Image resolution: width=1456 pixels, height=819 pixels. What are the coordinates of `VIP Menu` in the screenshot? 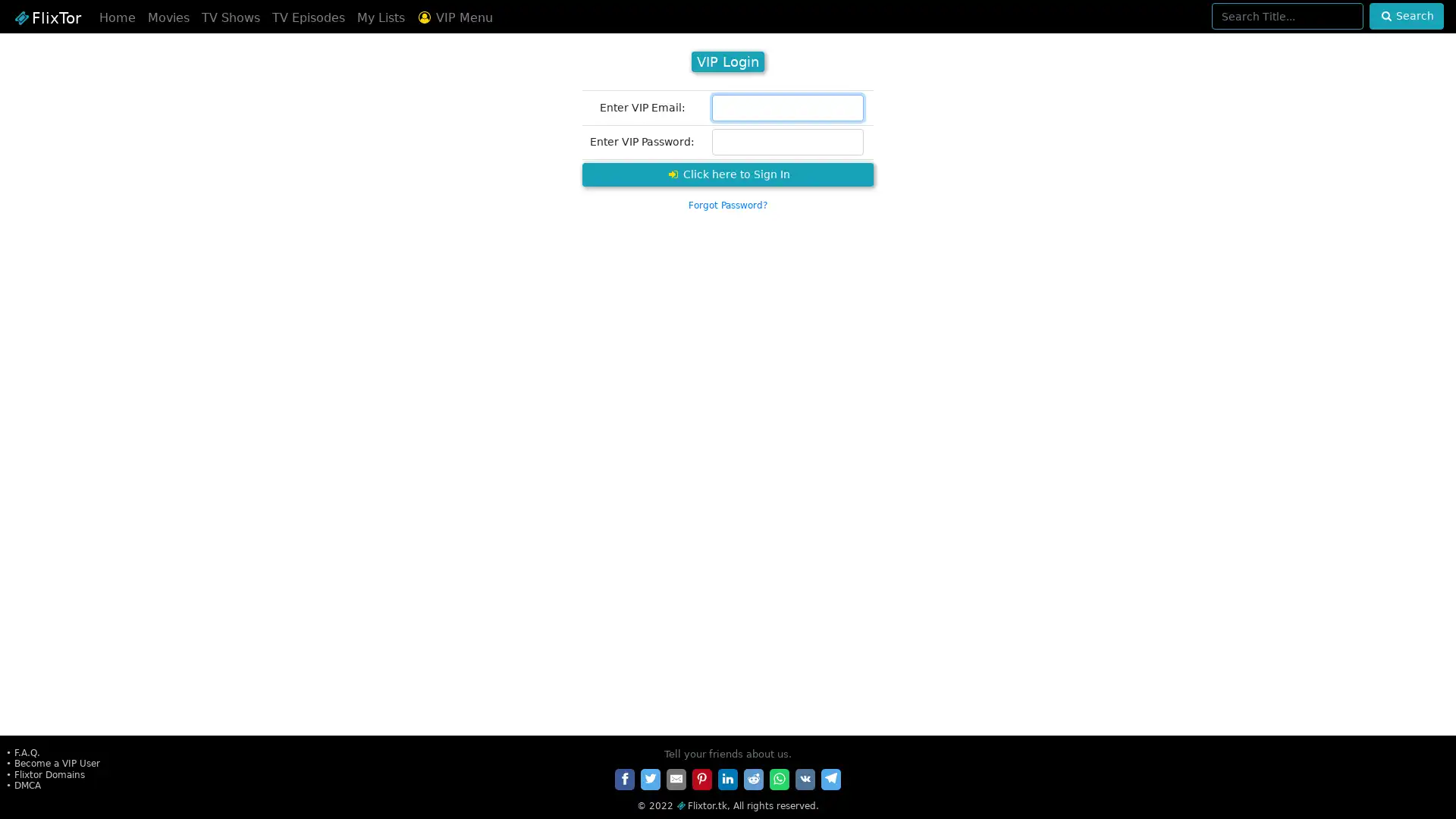 It's located at (453, 17).